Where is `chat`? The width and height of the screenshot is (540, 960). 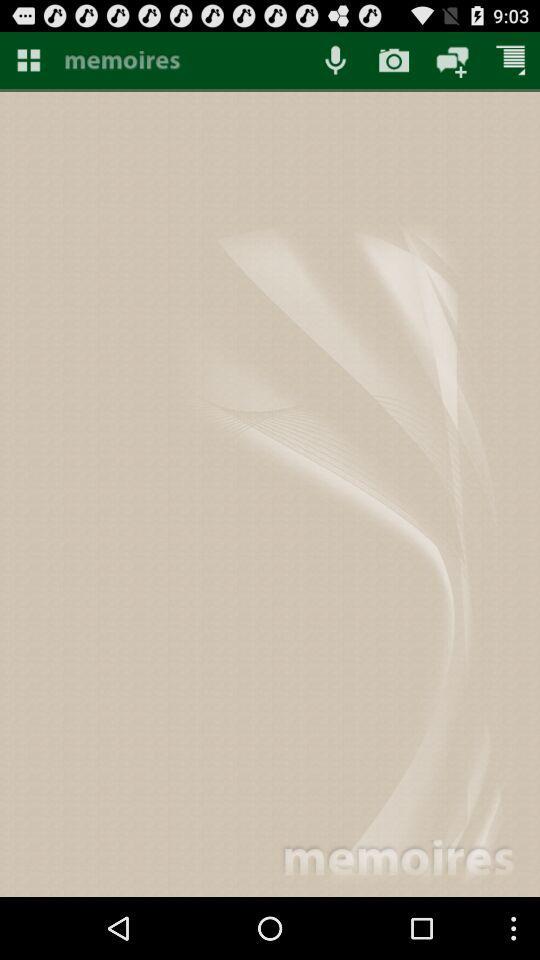
chat is located at coordinates (452, 59).